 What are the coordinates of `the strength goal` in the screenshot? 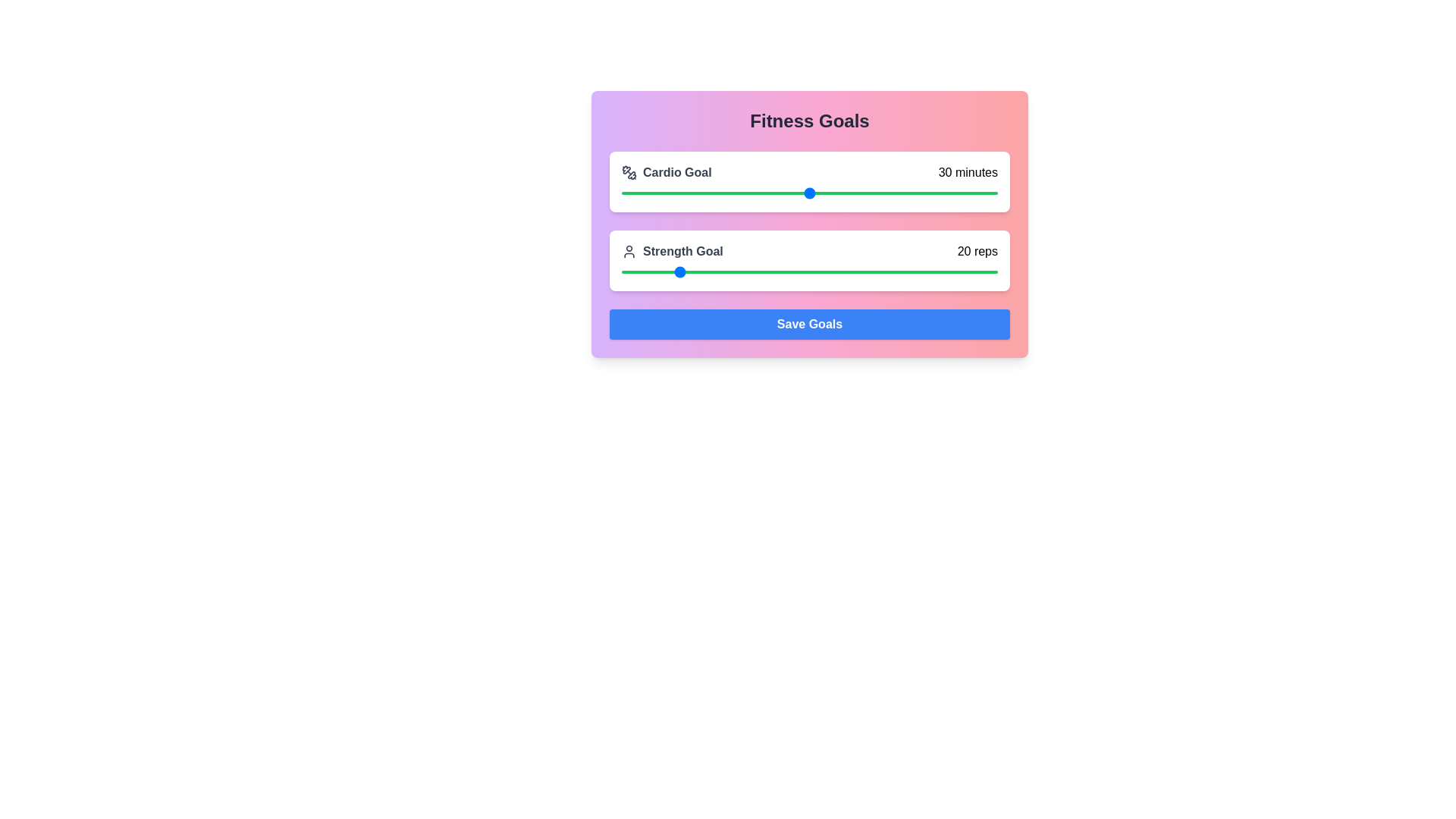 It's located at (632, 271).